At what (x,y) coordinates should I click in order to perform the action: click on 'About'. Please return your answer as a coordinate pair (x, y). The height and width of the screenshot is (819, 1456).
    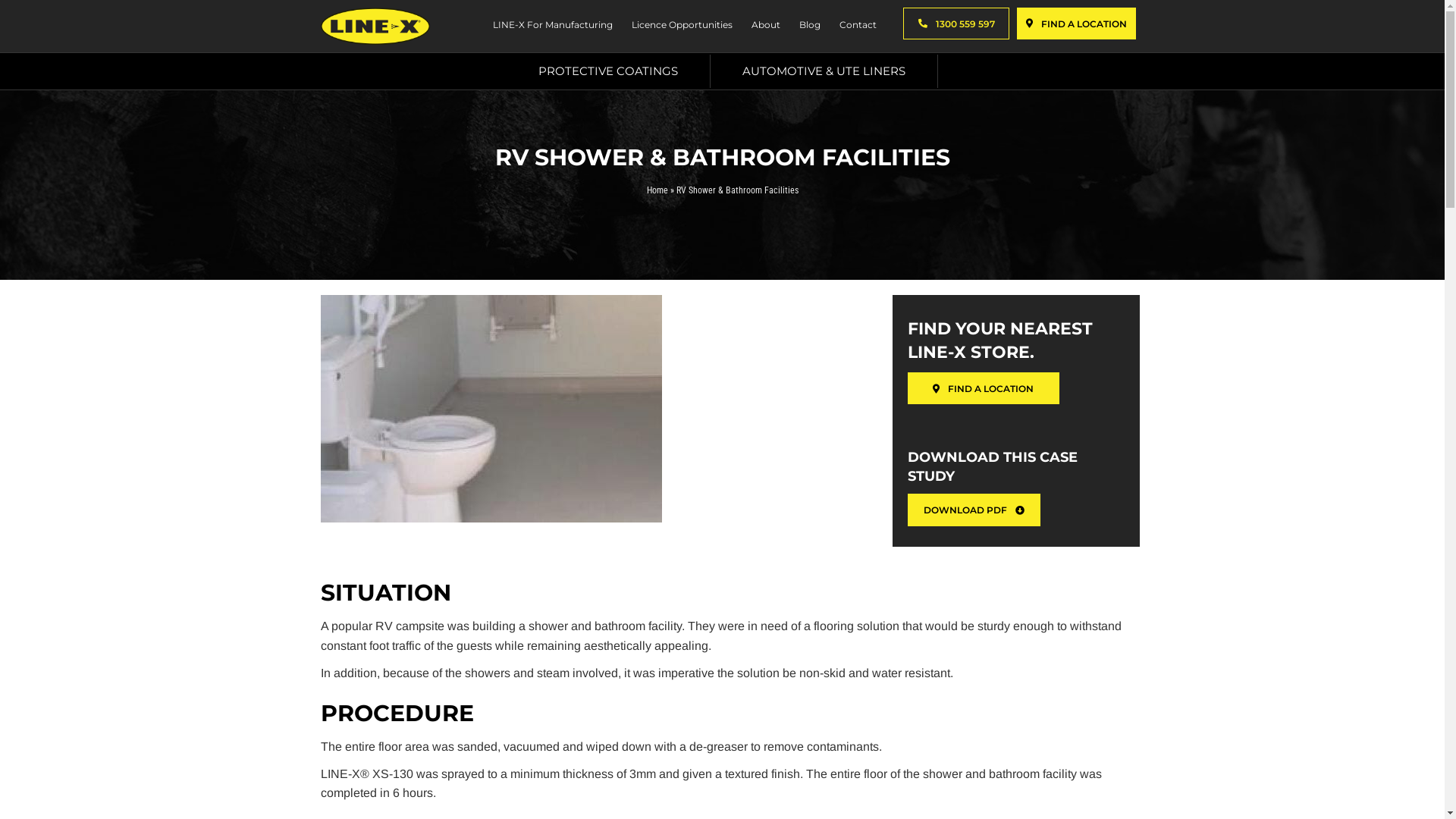
    Looking at the image, I should click on (764, 26).